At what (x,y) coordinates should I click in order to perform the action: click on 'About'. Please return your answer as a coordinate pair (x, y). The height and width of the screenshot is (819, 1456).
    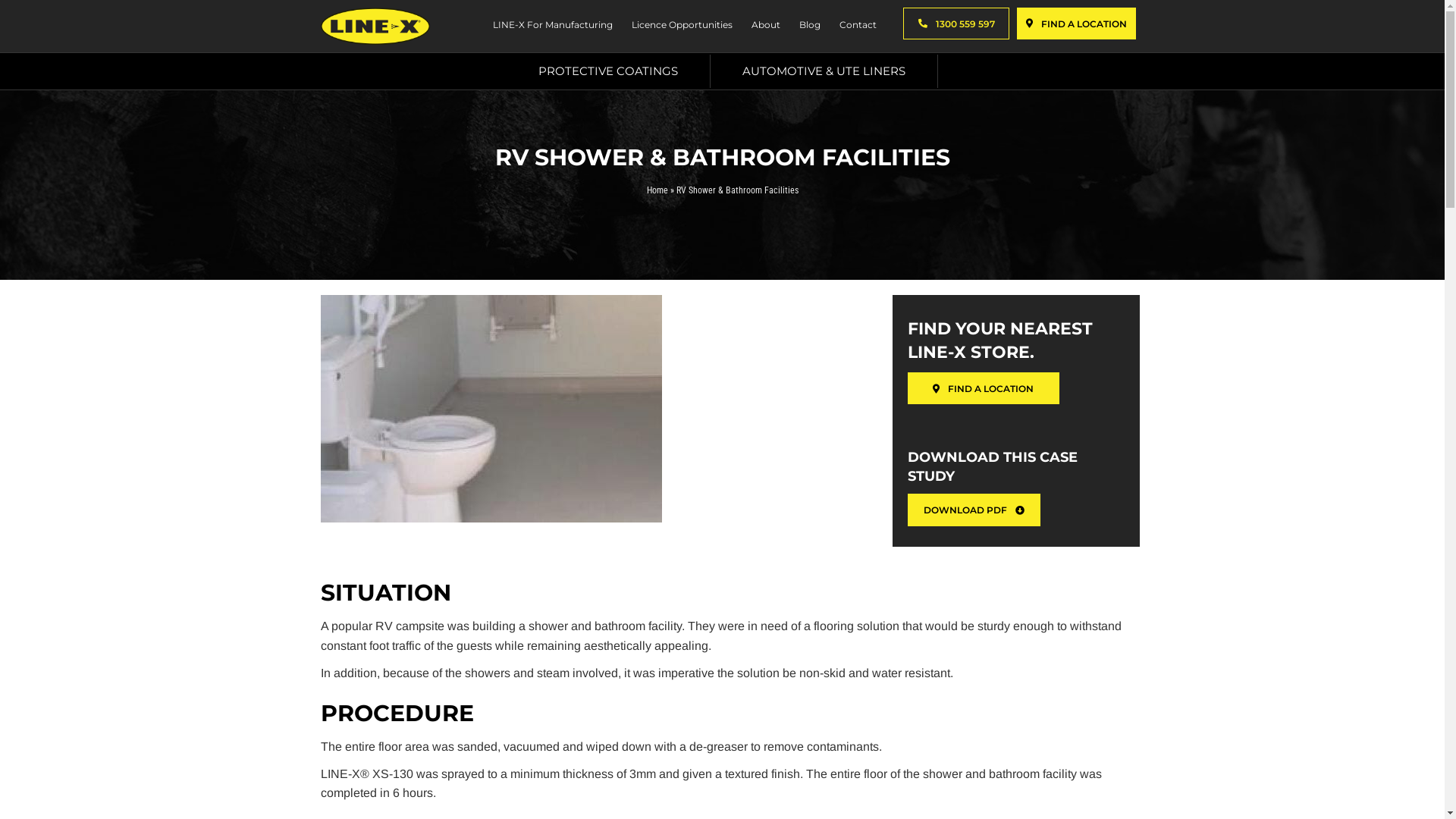
    Looking at the image, I should click on (764, 26).